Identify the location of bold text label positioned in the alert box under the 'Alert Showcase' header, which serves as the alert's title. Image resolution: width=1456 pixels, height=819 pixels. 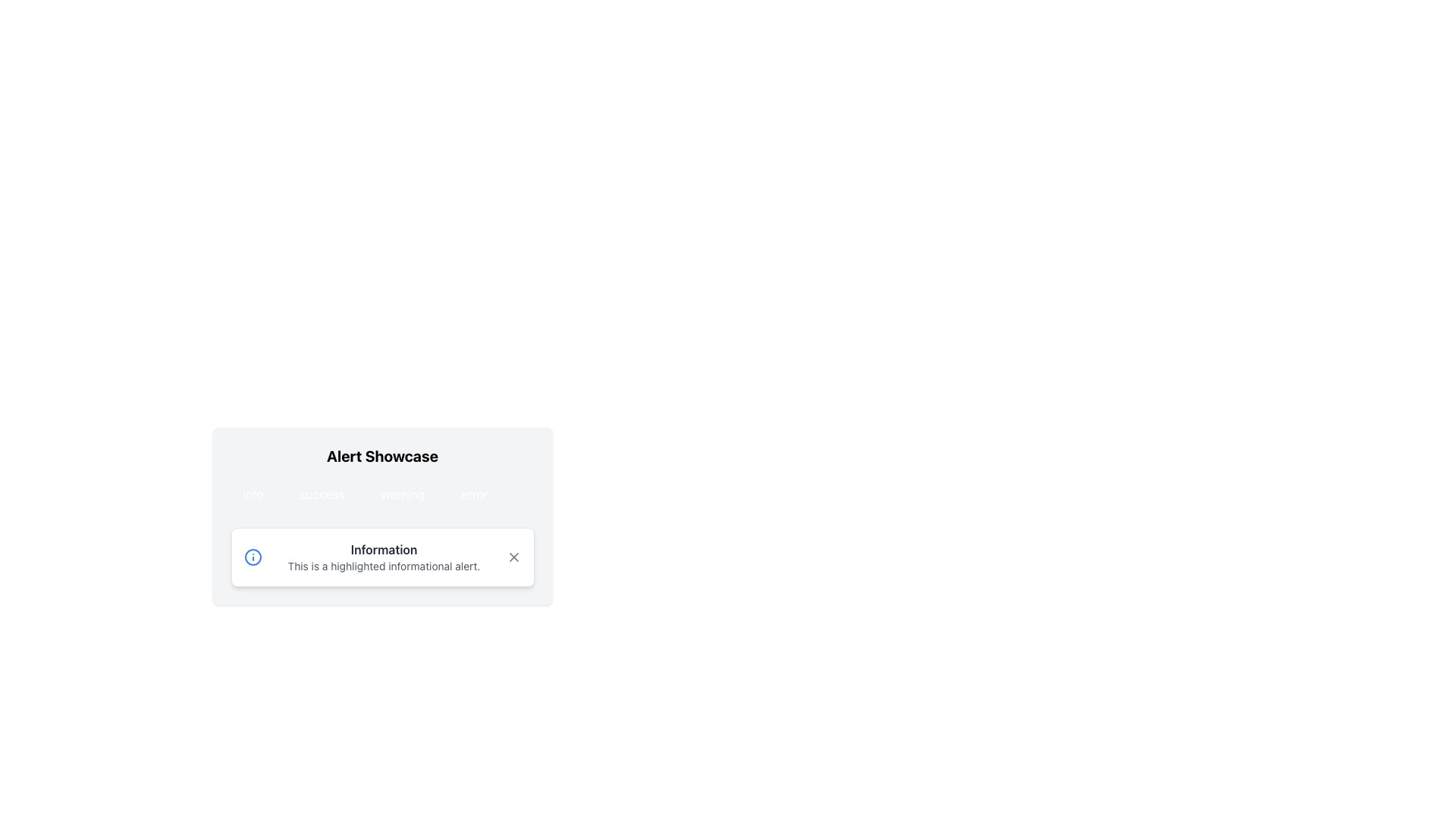
(384, 550).